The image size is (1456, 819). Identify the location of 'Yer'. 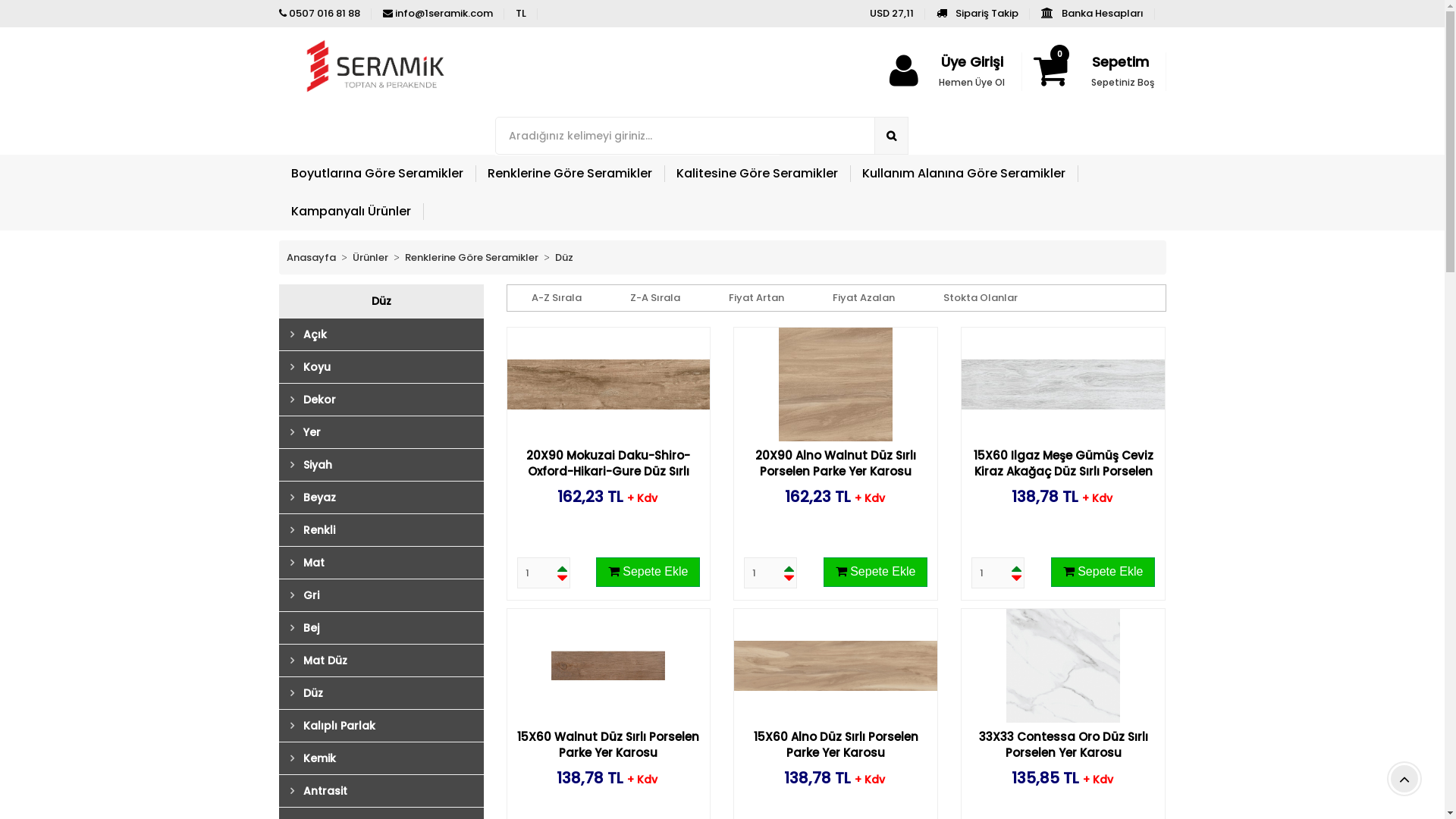
(391, 432).